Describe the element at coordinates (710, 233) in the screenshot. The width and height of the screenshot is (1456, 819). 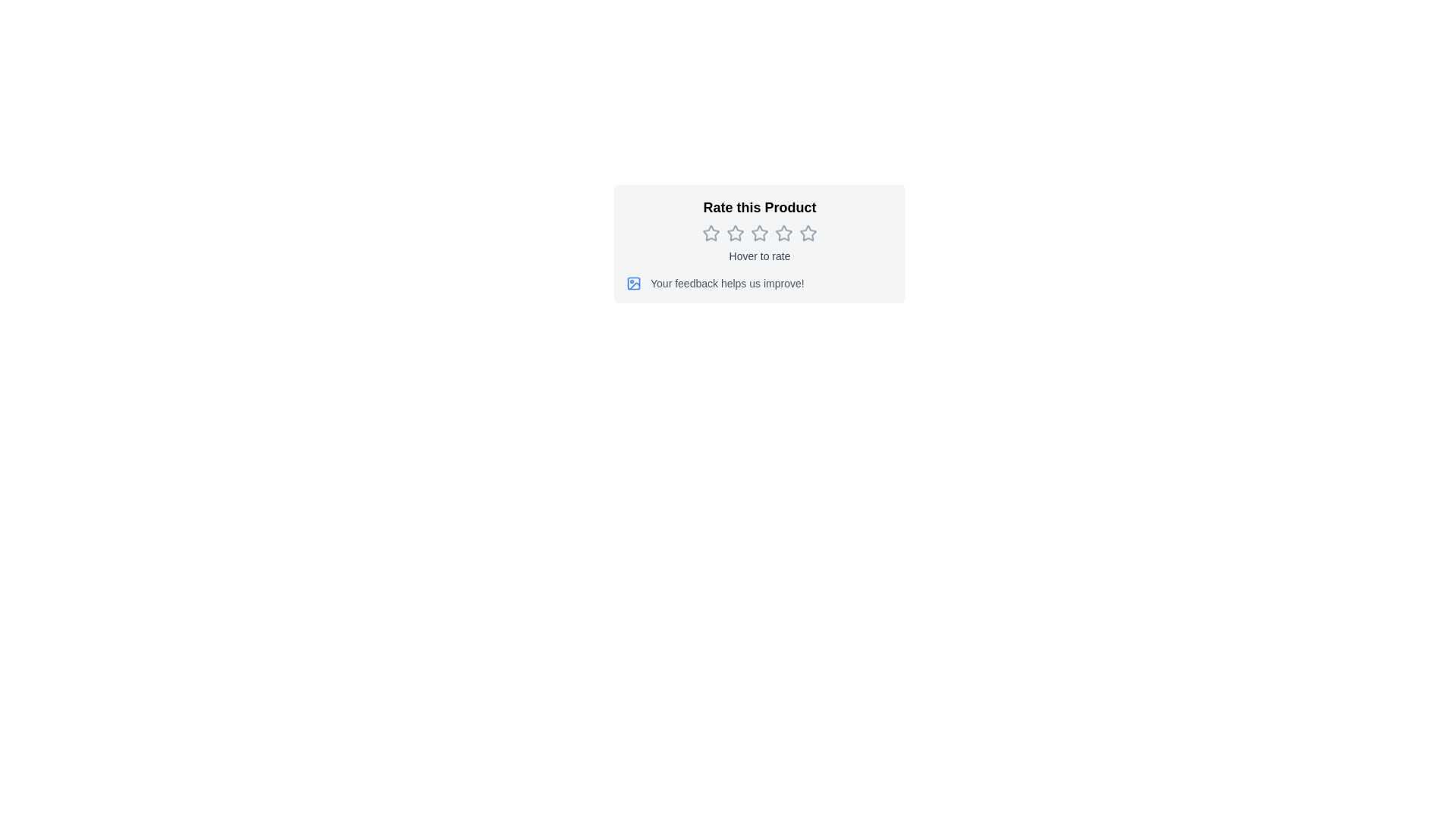
I see `the star icon for rating functionality located below 'Rate this Product'` at that location.